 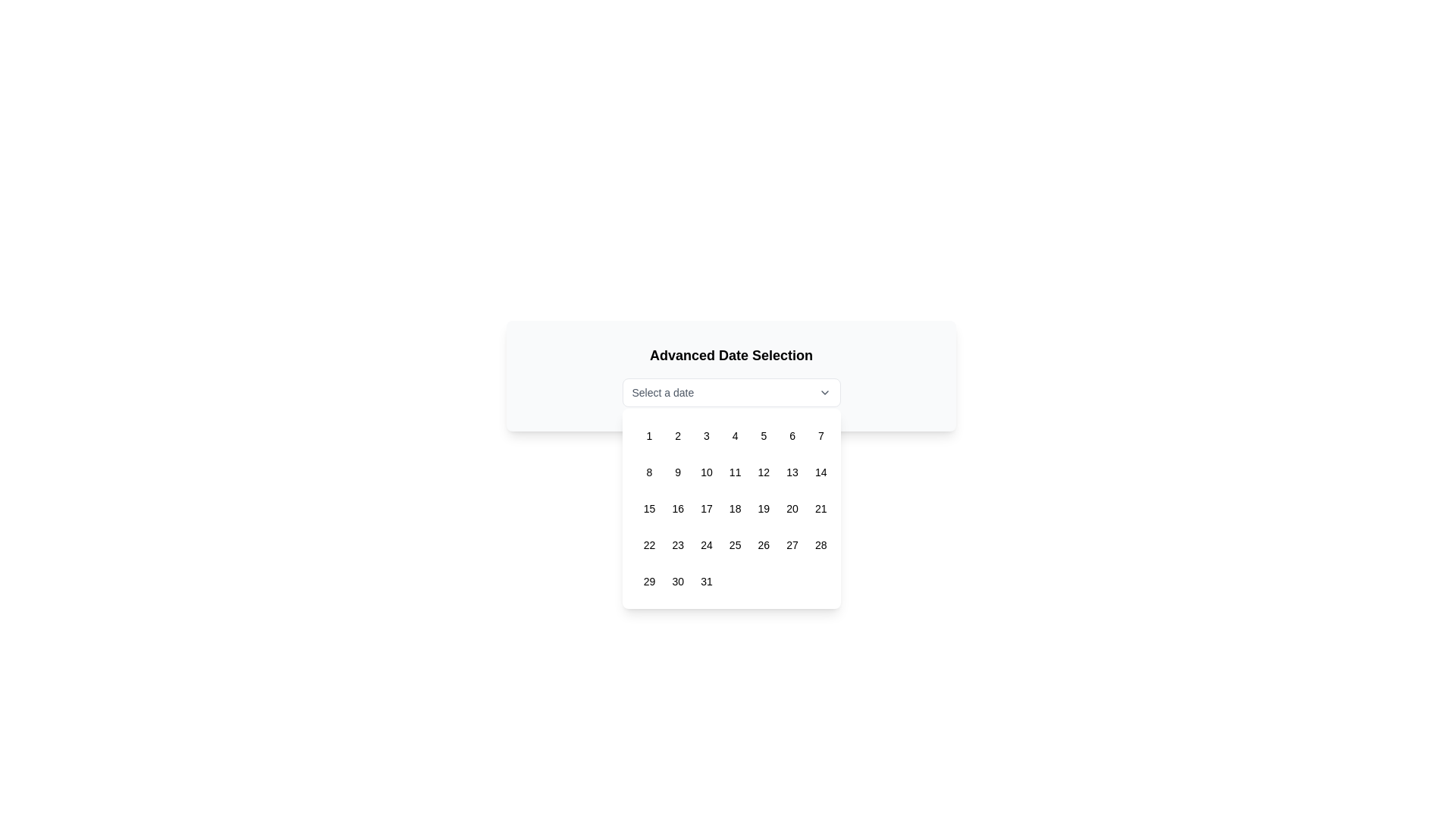 What do you see at coordinates (705, 435) in the screenshot?
I see `the button located in the first row, third column of the calendar` at bounding box center [705, 435].